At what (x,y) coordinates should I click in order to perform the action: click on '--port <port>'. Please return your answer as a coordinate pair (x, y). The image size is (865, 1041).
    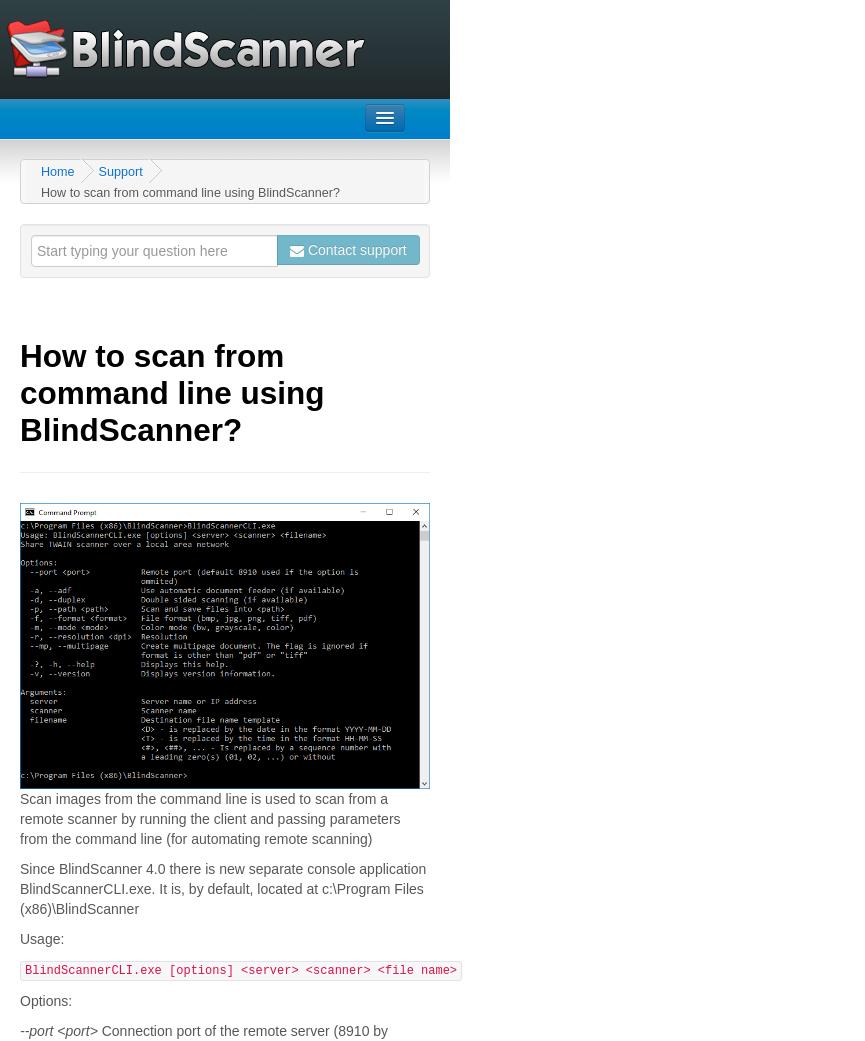
    Looking at the image, I should click on (58, 1031).